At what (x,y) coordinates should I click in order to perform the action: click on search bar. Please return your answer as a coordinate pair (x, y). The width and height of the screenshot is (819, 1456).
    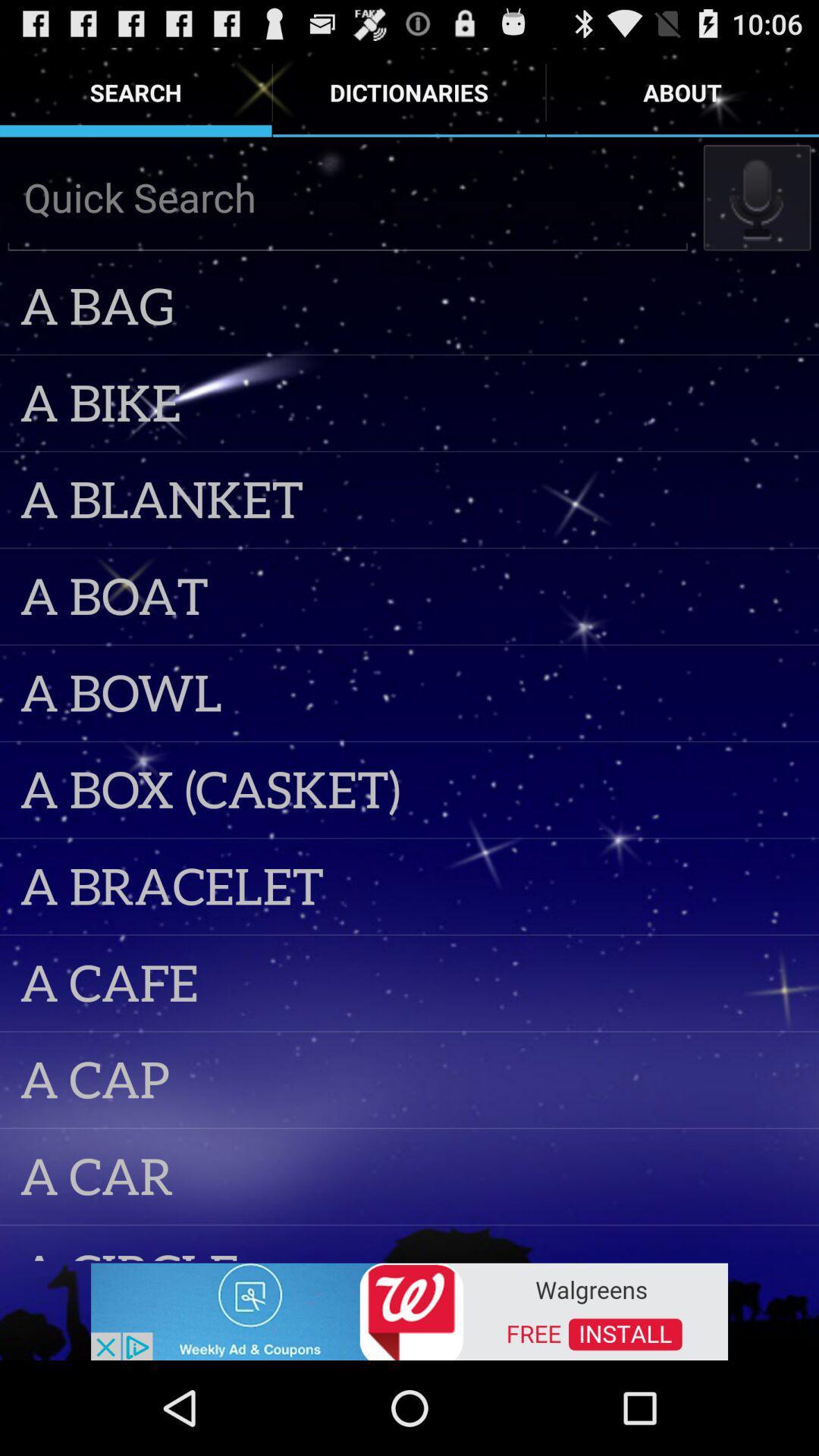
    Looking at the image, I should click on (347, 196).